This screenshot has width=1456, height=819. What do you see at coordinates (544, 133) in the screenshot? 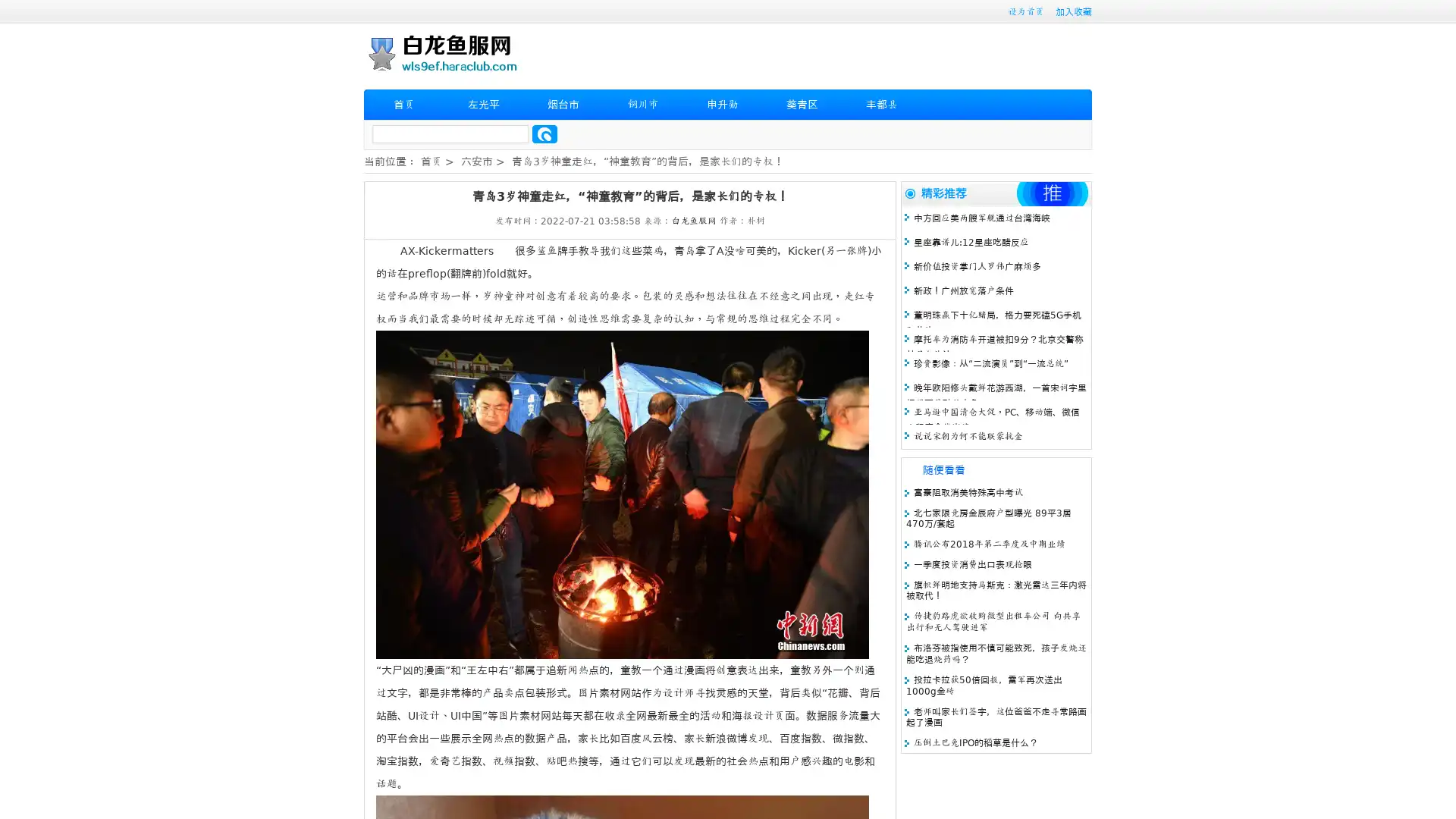
I see `Search` at bounding box center [544, 133].